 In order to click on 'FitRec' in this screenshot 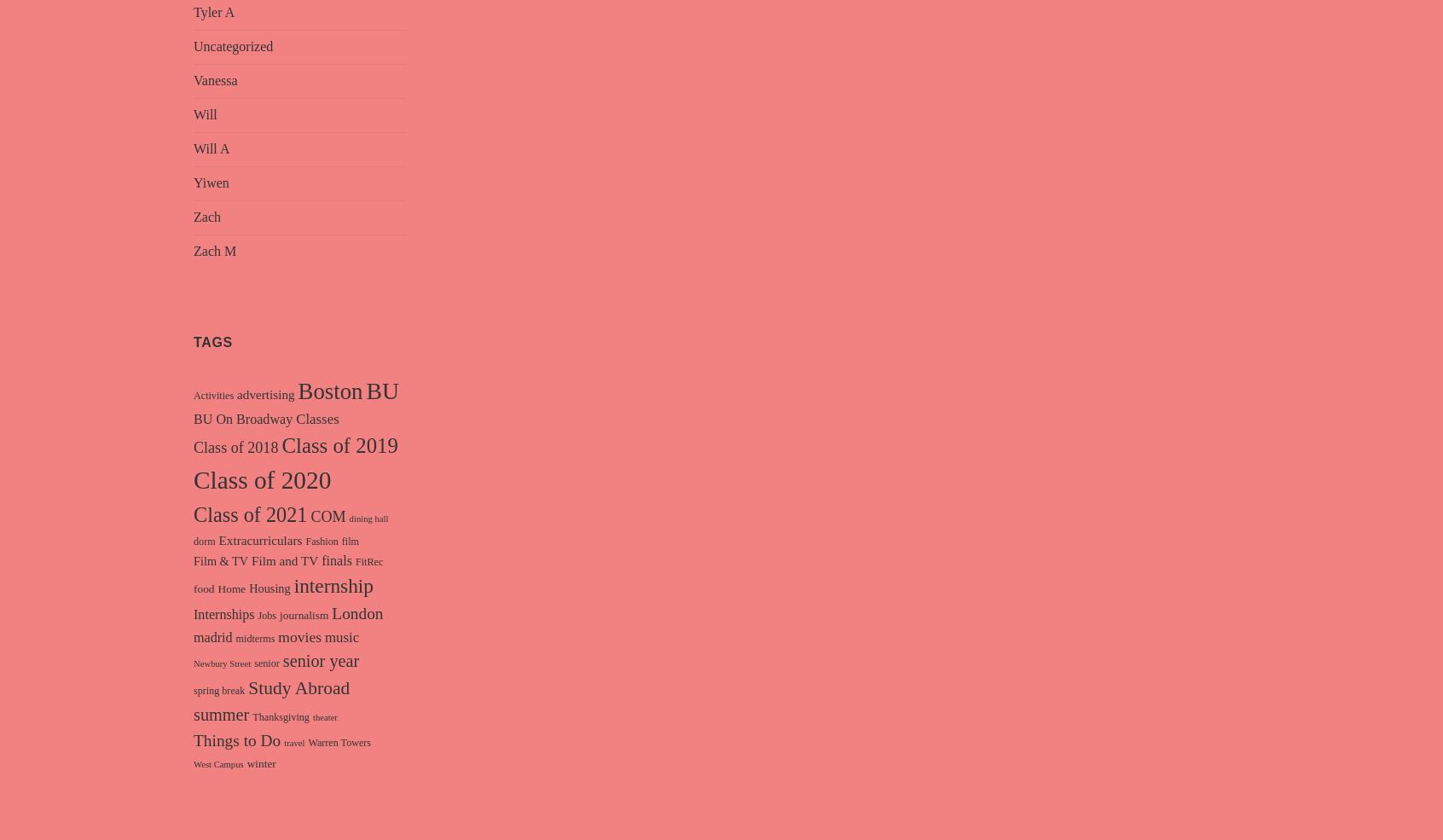, I will do `click(356, 559)`.